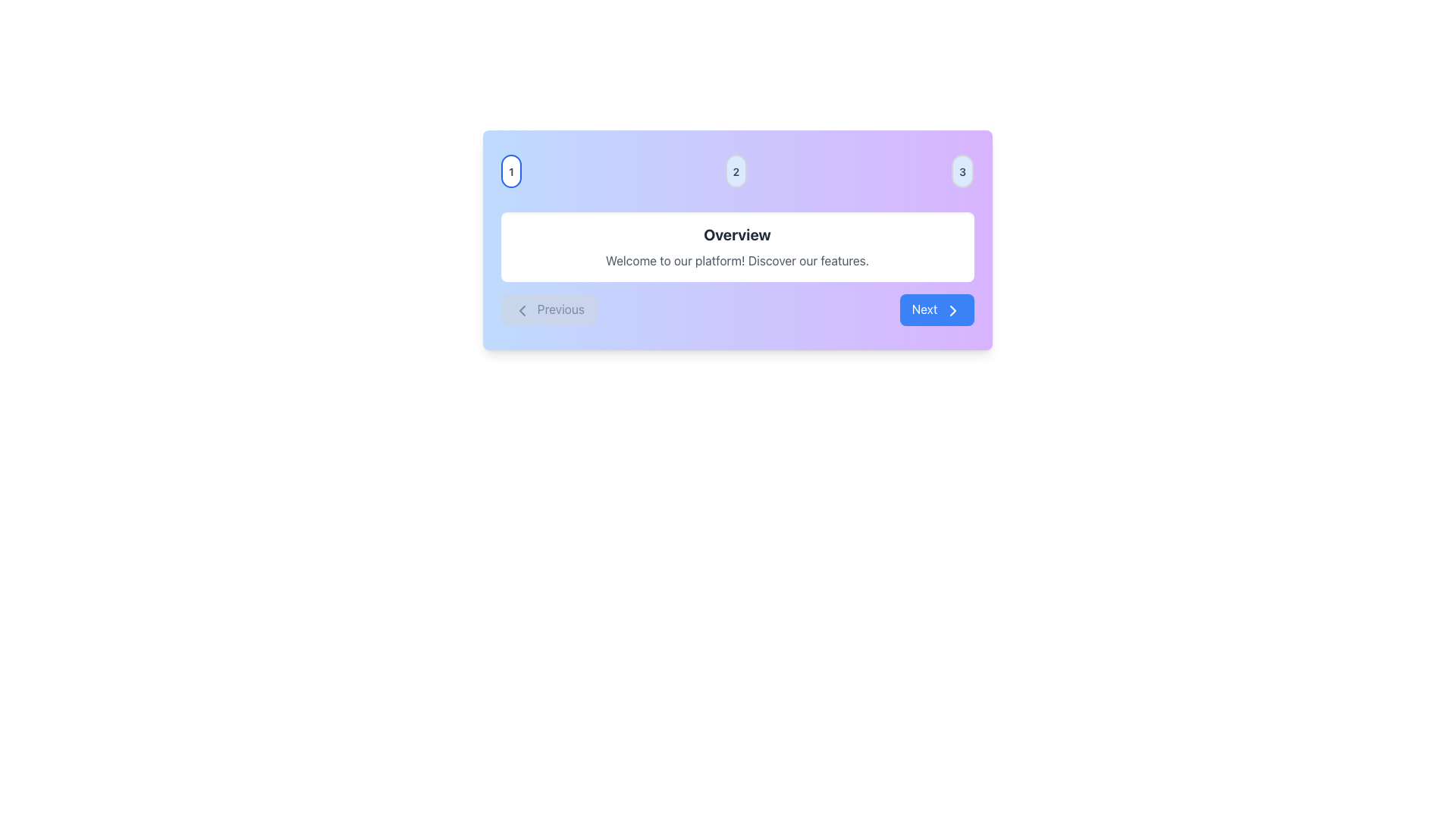 Image resolution: width=1456 pixels, height=819 pixels. I want to click on the circular step indicator button labeled '3', so click(962, 171).